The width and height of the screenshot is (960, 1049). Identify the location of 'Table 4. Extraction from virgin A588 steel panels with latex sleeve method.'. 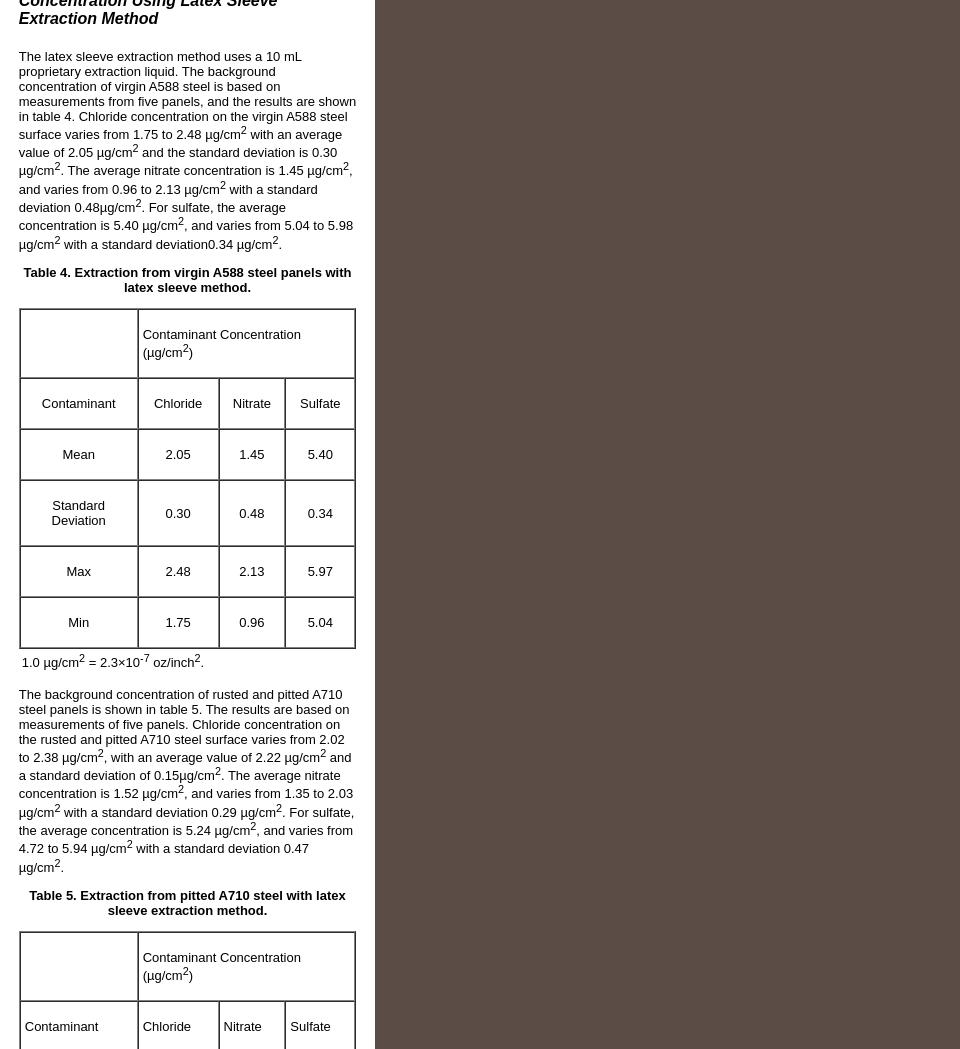
(187, 278).